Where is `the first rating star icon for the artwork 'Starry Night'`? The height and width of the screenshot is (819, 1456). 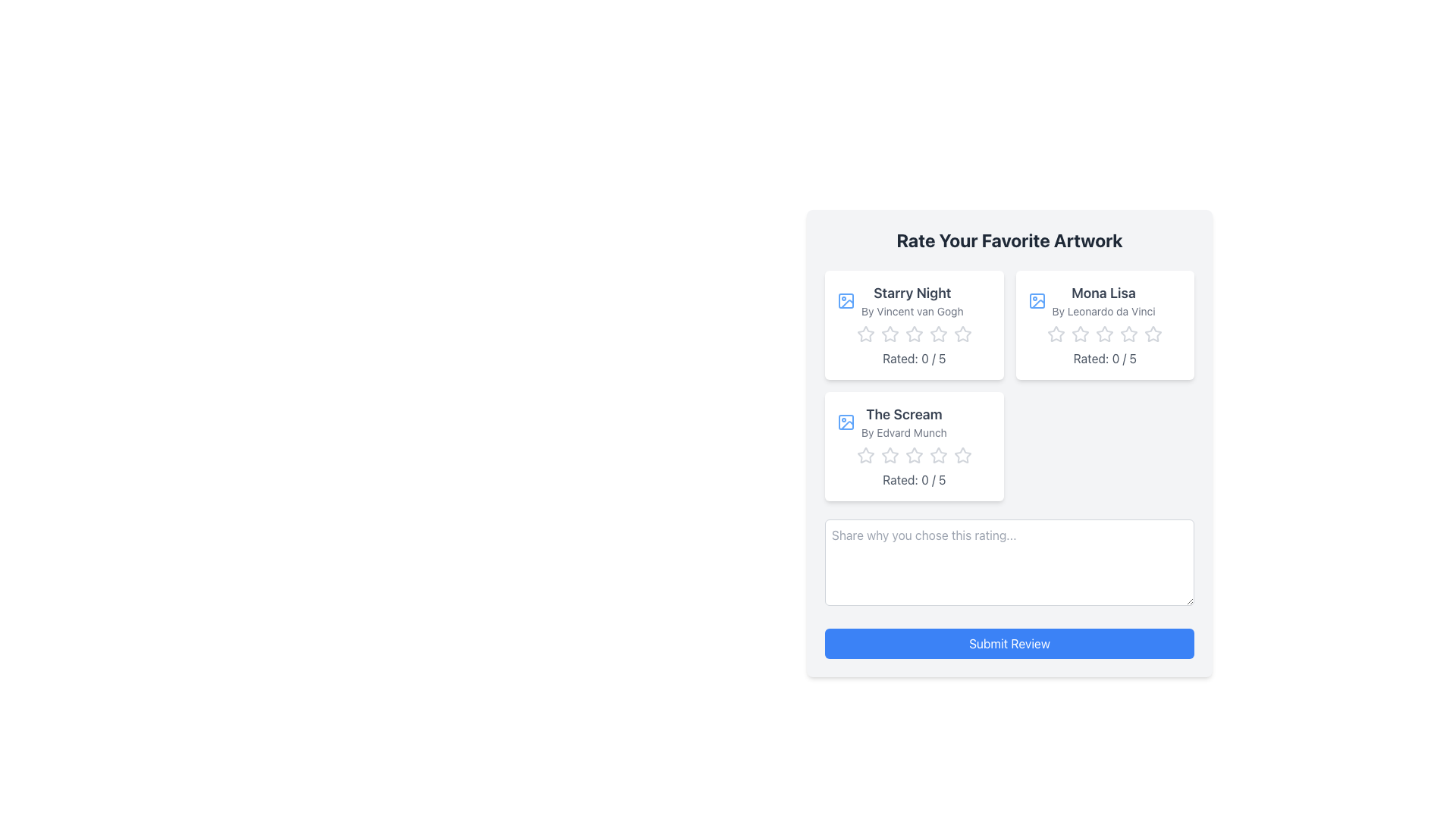 the first rating star icon for the artwork 'Starry Night' is located at coordinates (865, 333).